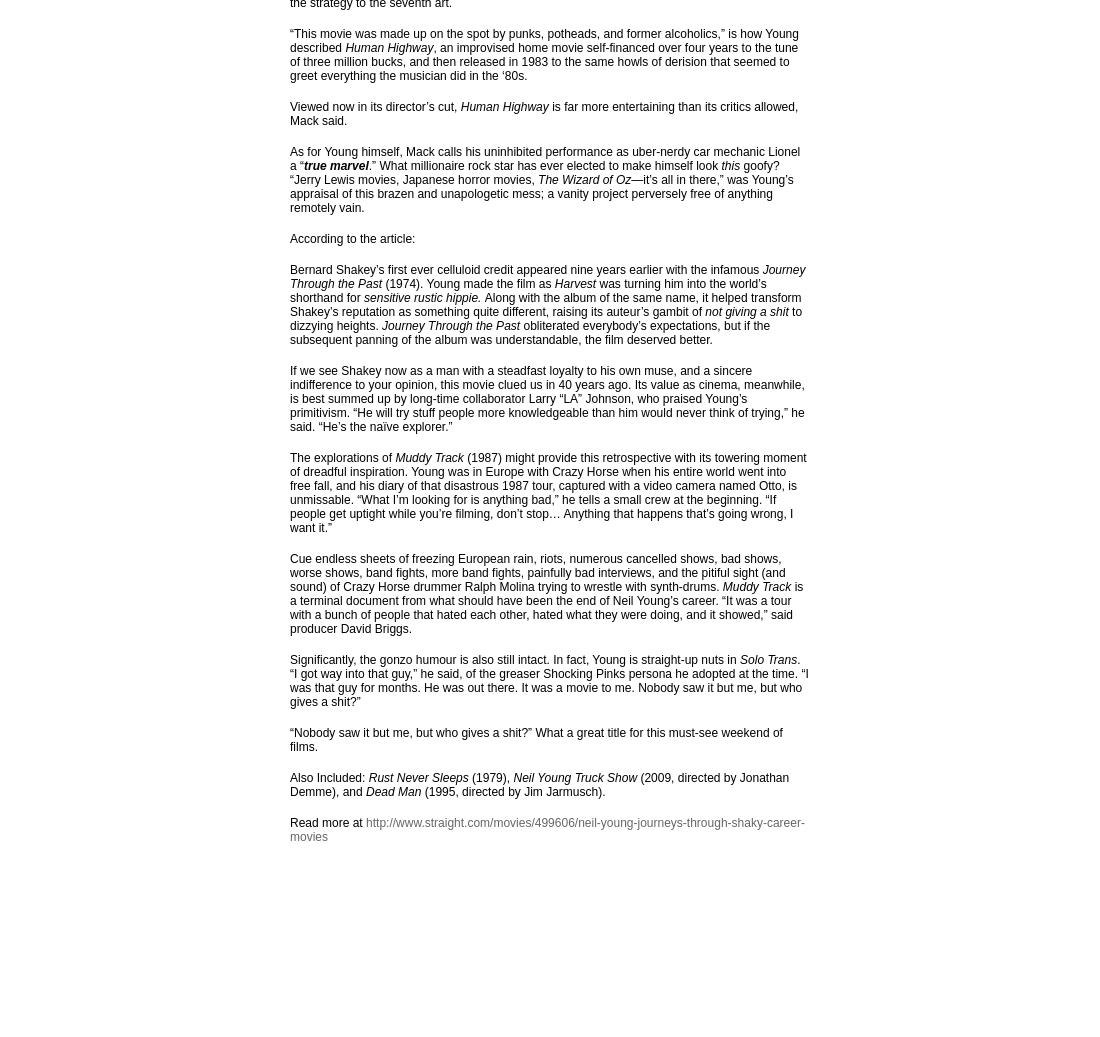  Describe the element at coordinates (539, 783) in the screenshot. I see `'(2009, directed by Jonathan Demme), and'` at that location.